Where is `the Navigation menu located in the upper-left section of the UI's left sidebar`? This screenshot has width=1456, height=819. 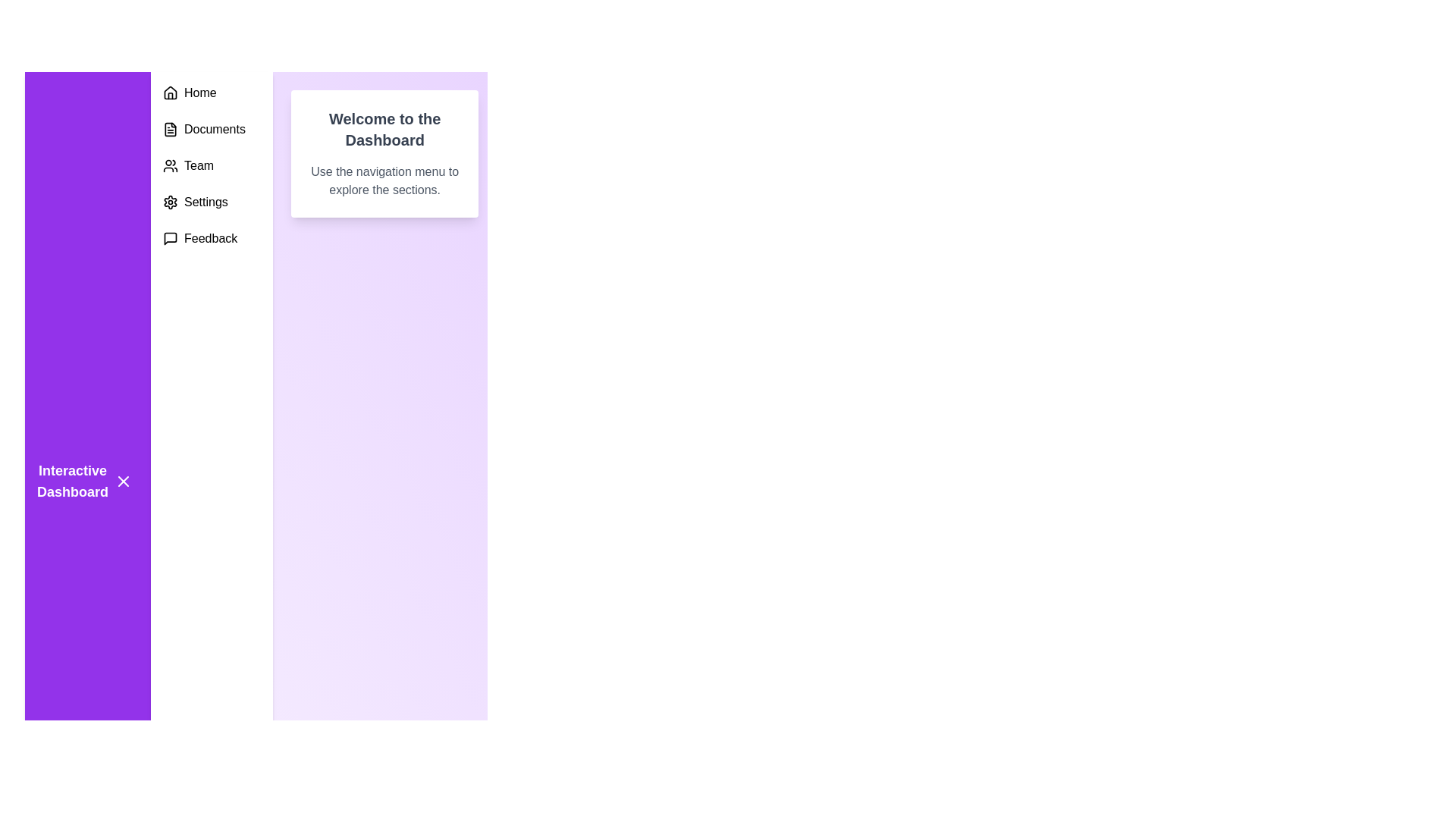 the Navigation menu located in the upper-left section of the UI's left sidebar is located at coordinates (211, 166).